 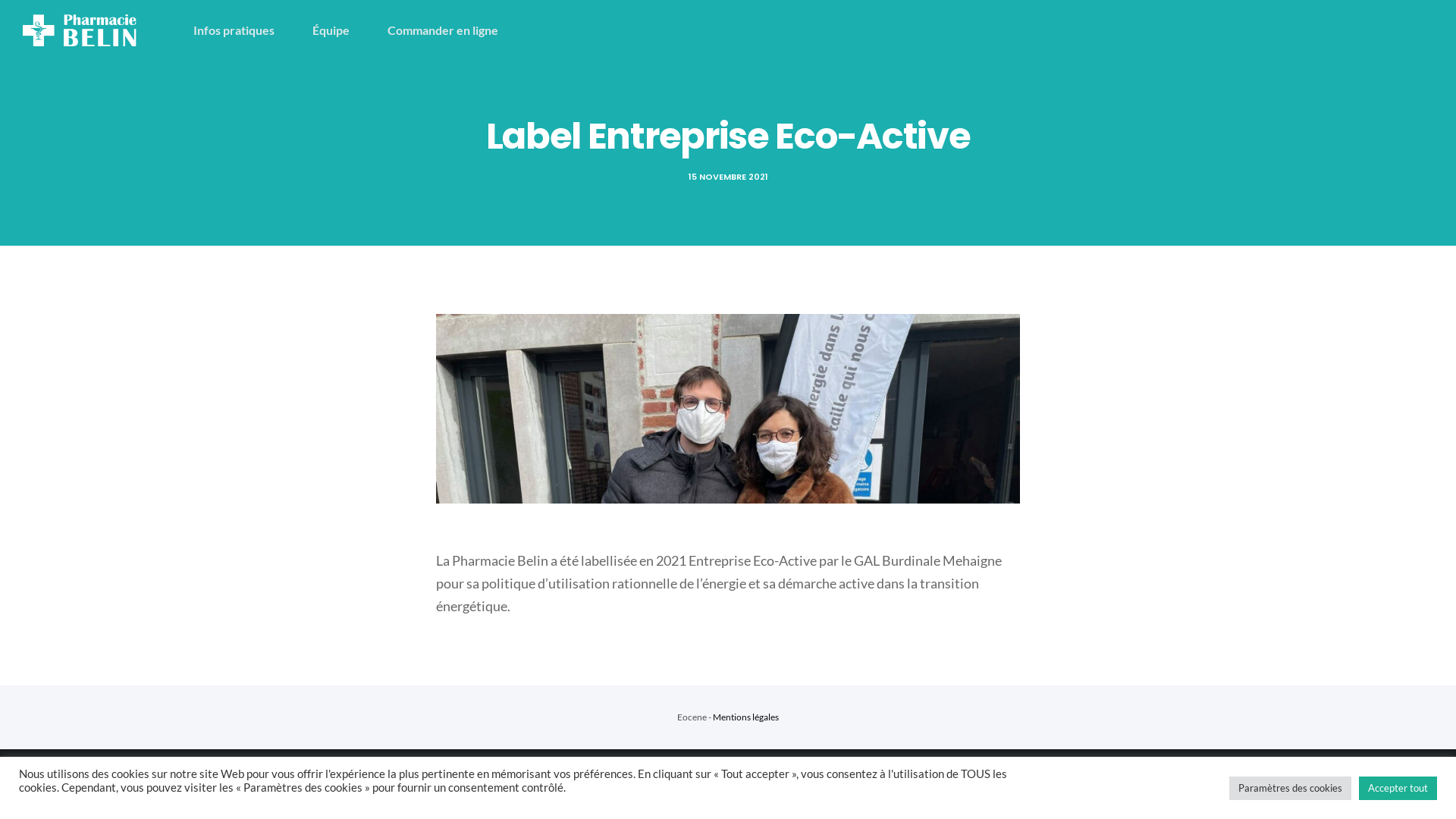 I want to click on 'Accepter tout', so click(x=1397, y=787).